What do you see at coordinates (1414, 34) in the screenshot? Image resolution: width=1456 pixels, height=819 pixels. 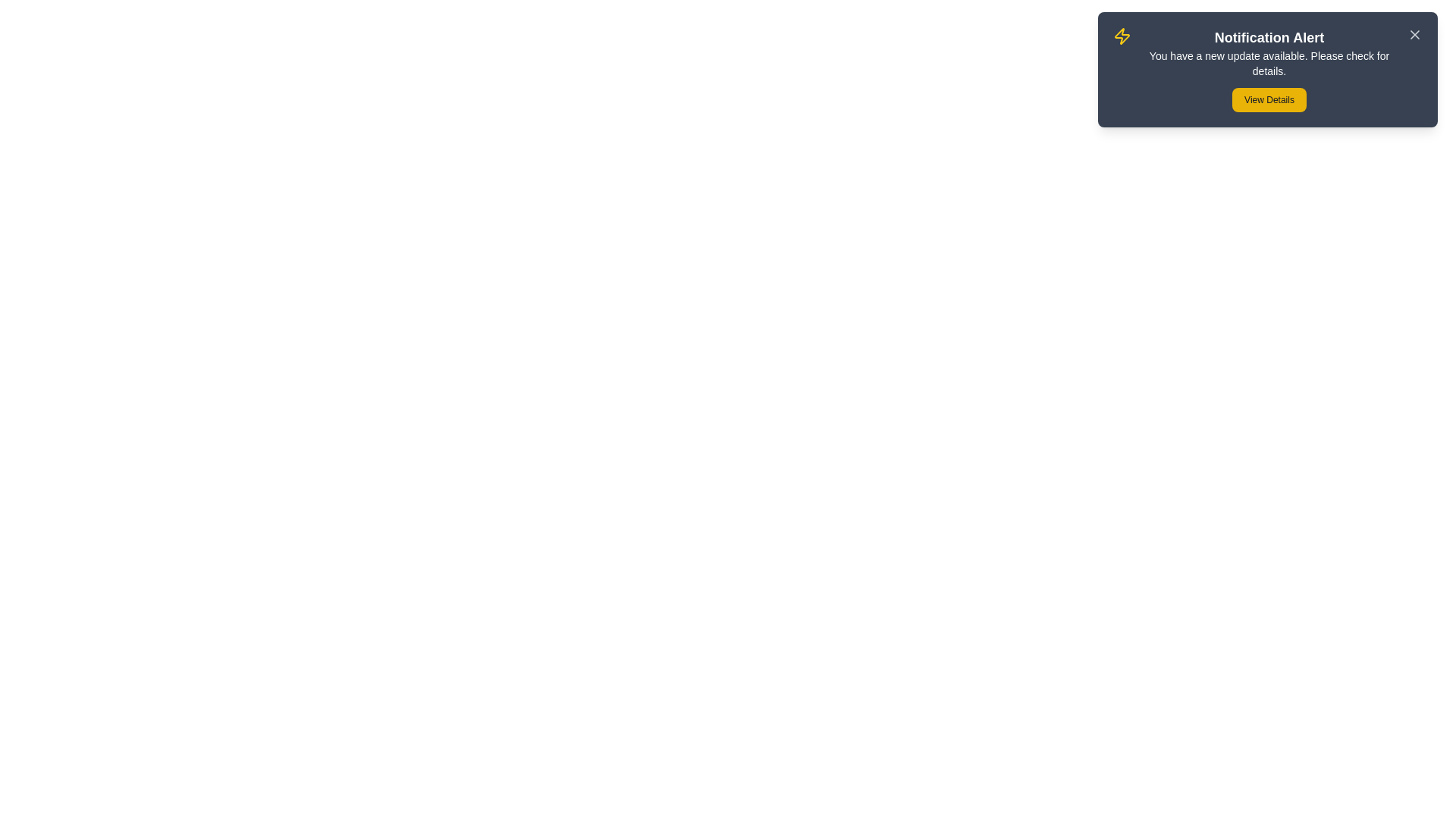 I see `the close button to observe its hover effect` at bounding box center [1414, 34].